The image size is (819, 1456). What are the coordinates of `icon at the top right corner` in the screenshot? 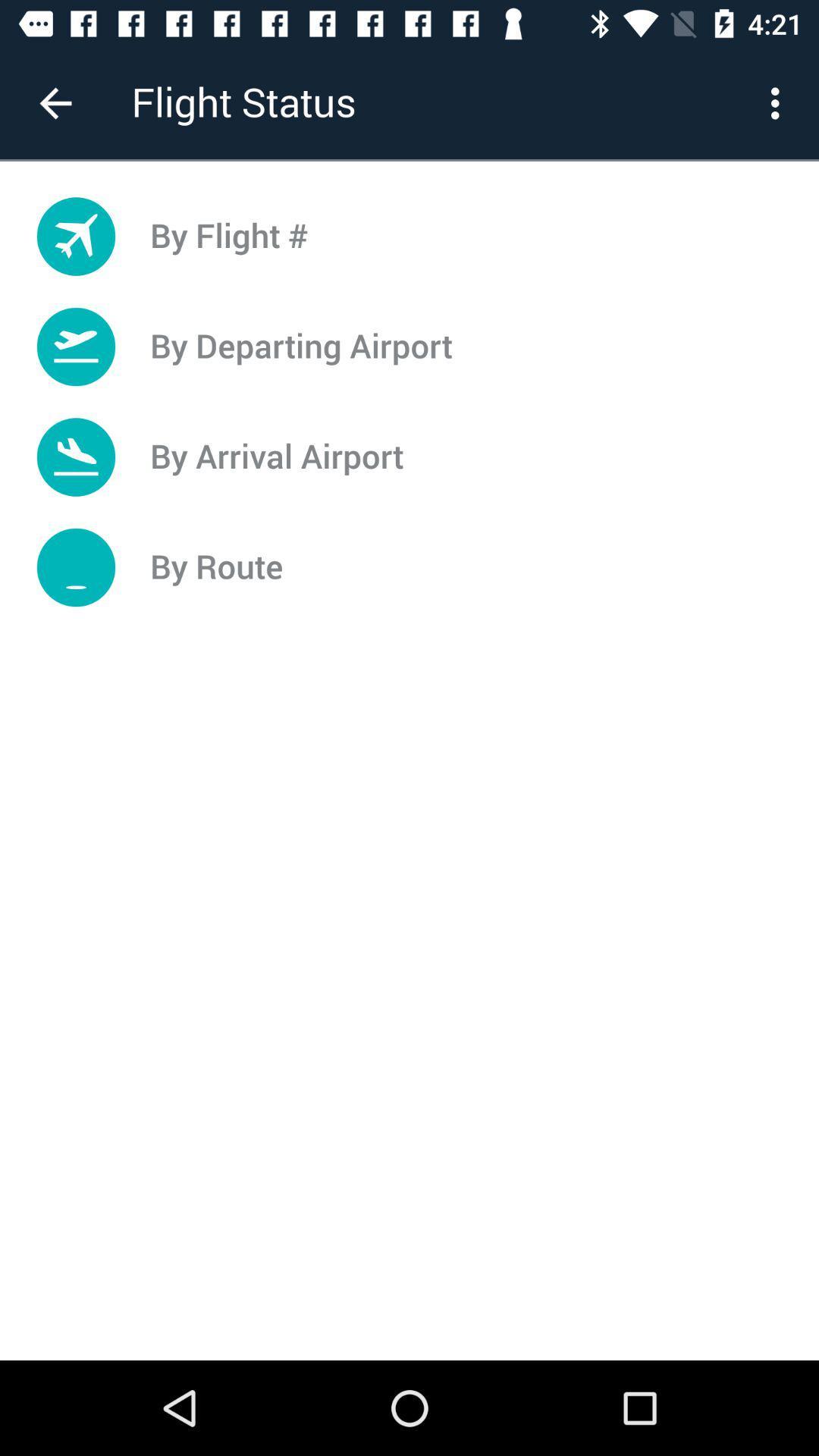 It's located at (779, 102).